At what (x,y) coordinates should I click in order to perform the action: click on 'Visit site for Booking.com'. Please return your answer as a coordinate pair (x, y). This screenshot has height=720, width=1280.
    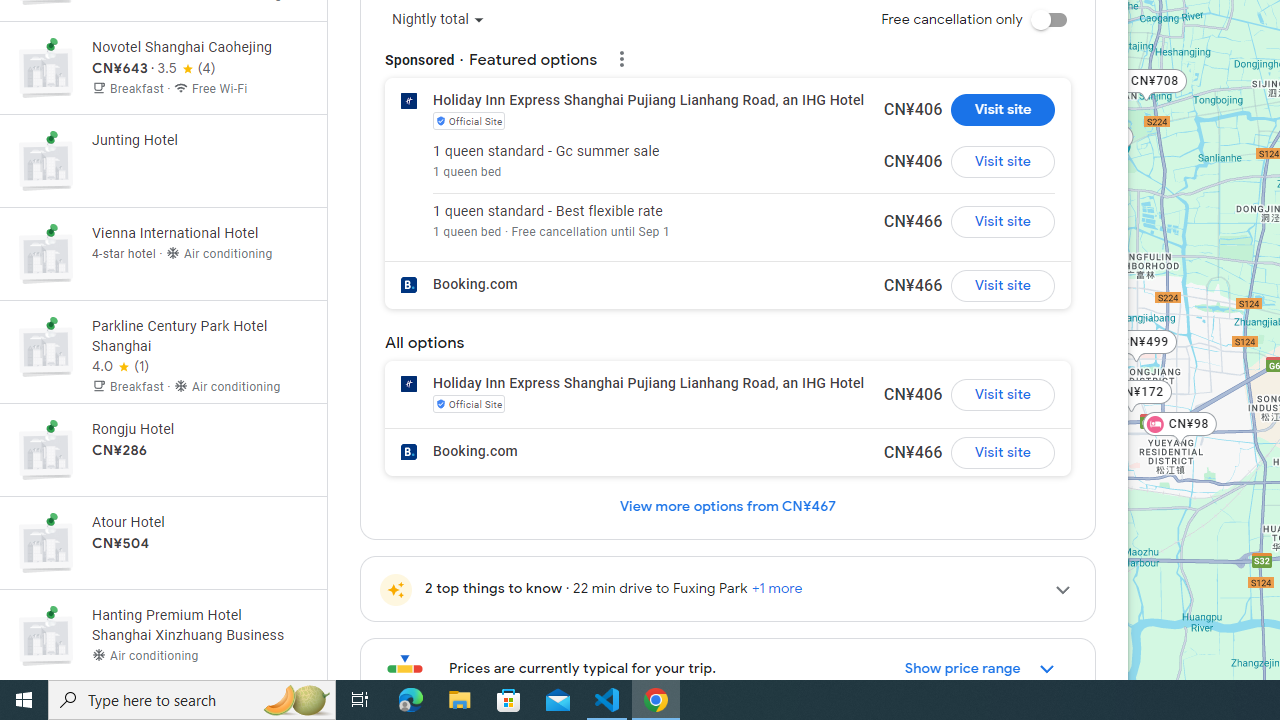
    Looking at the image, I should click on (1002, 452).